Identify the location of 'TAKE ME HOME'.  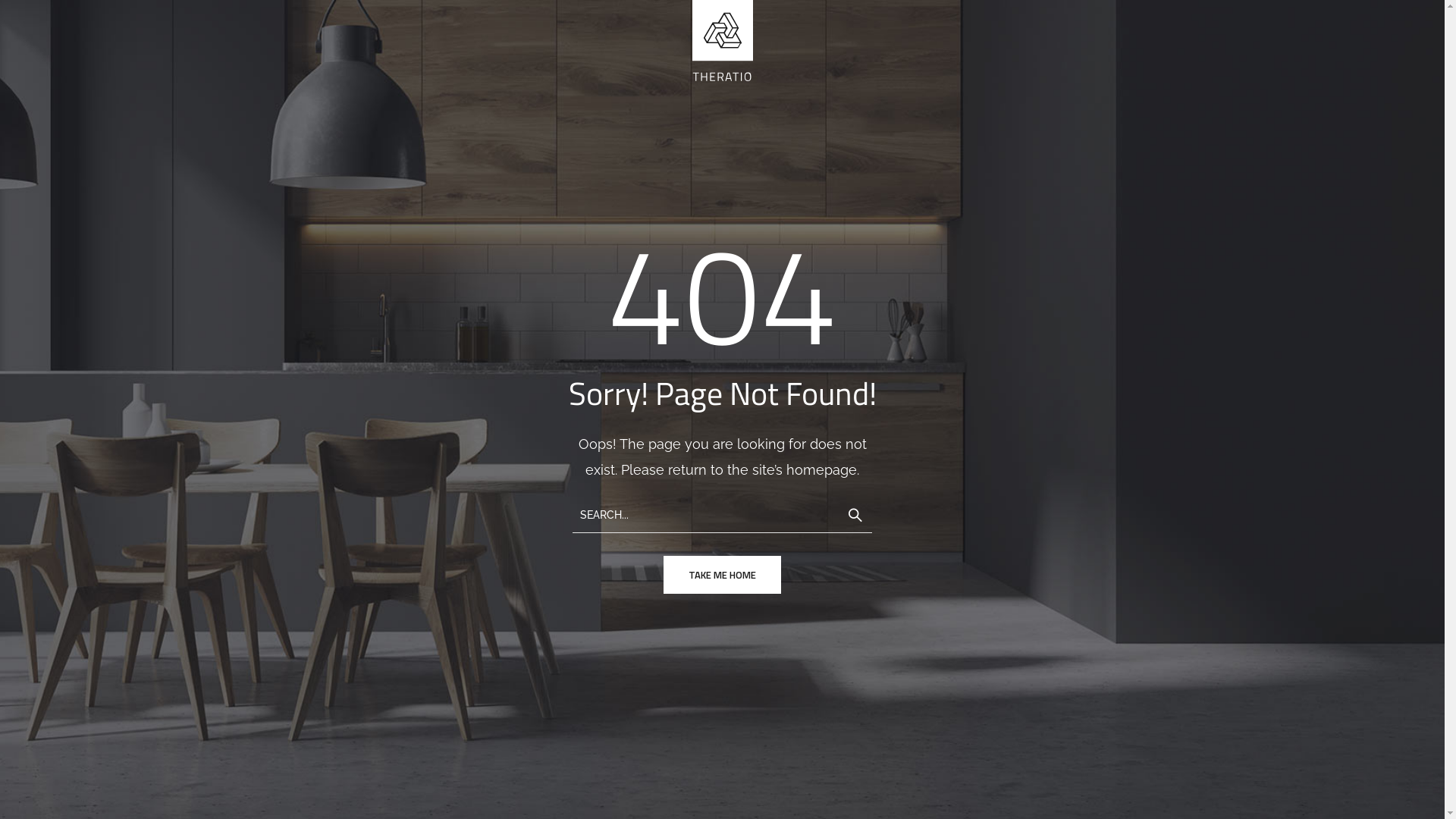
(721, 575).